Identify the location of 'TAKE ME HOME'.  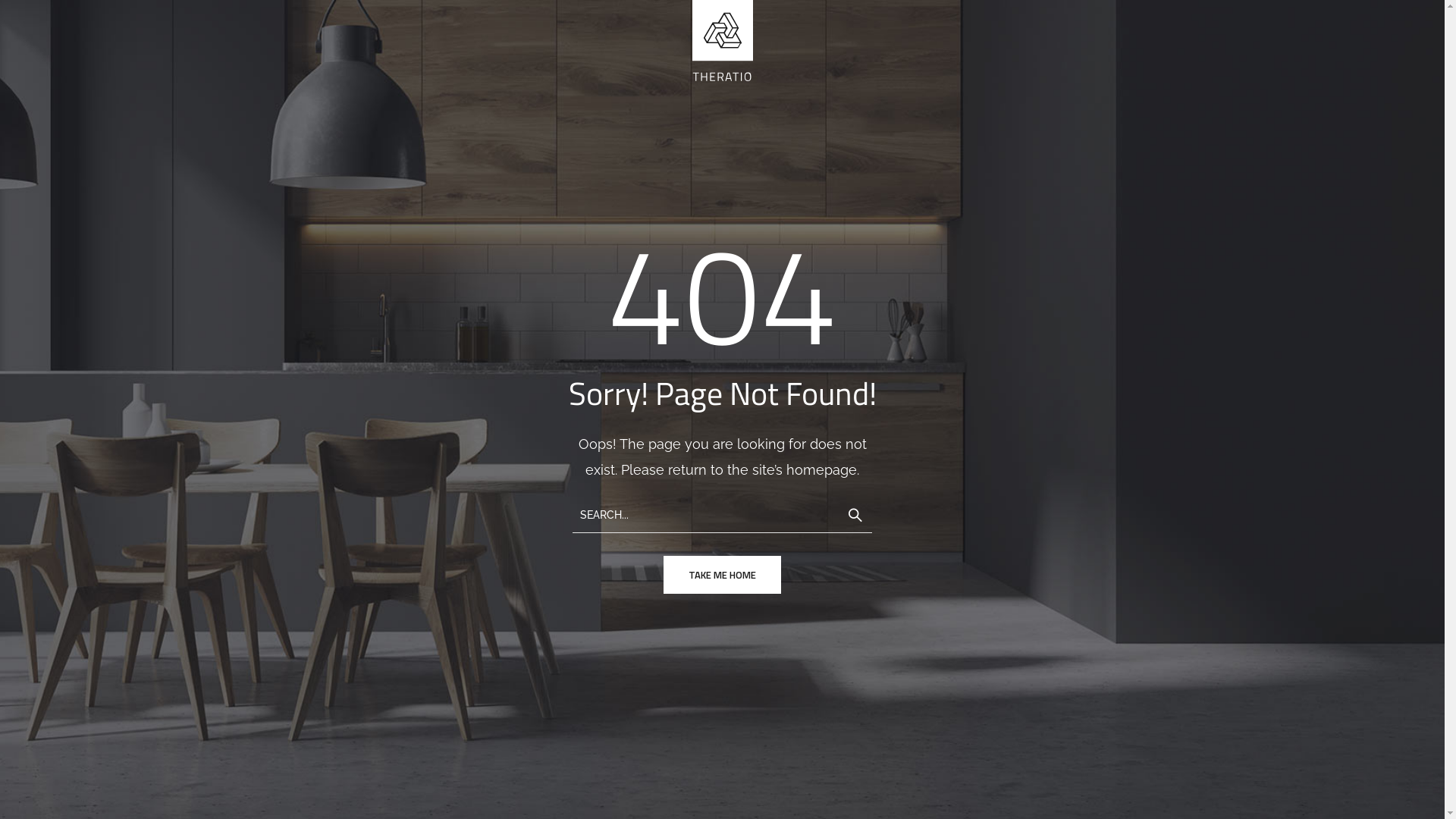
(721, 575).